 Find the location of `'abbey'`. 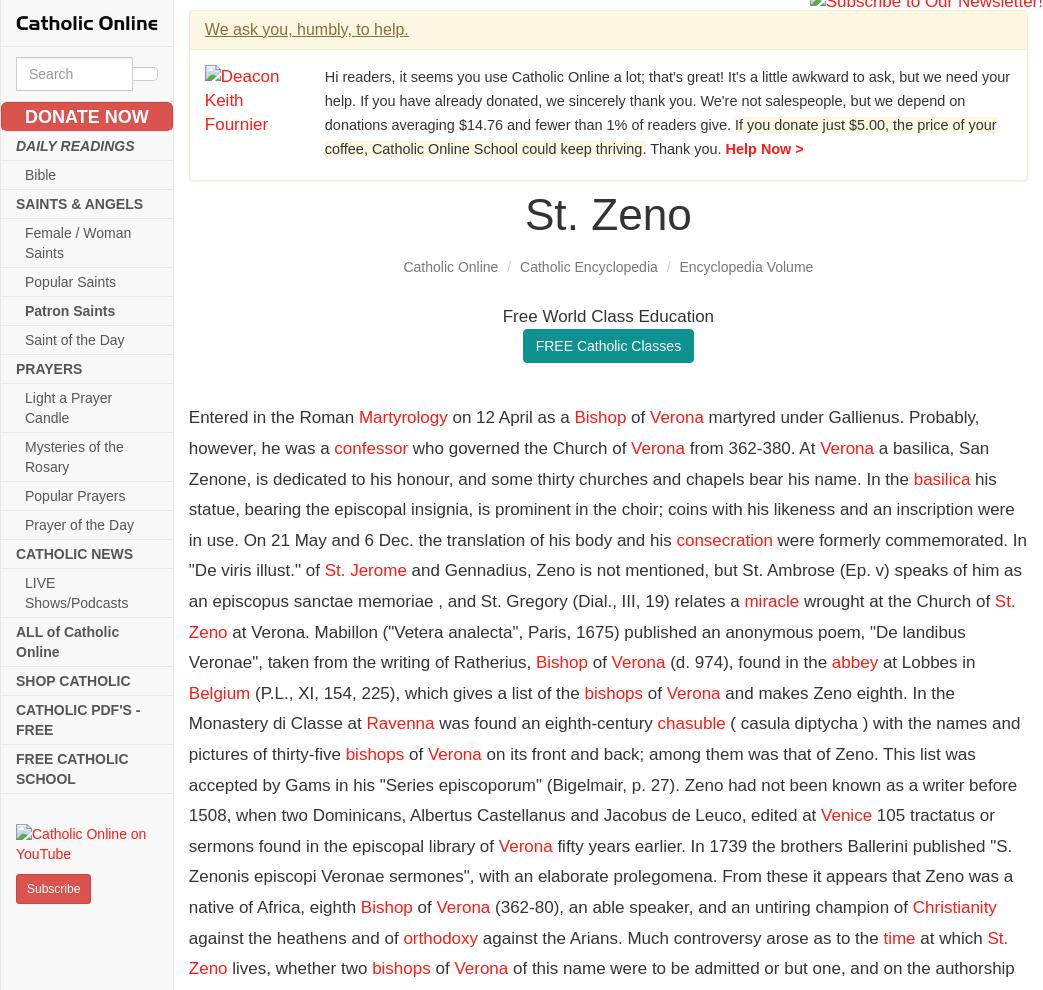

'abbey' is located at coordinates (854, 662).